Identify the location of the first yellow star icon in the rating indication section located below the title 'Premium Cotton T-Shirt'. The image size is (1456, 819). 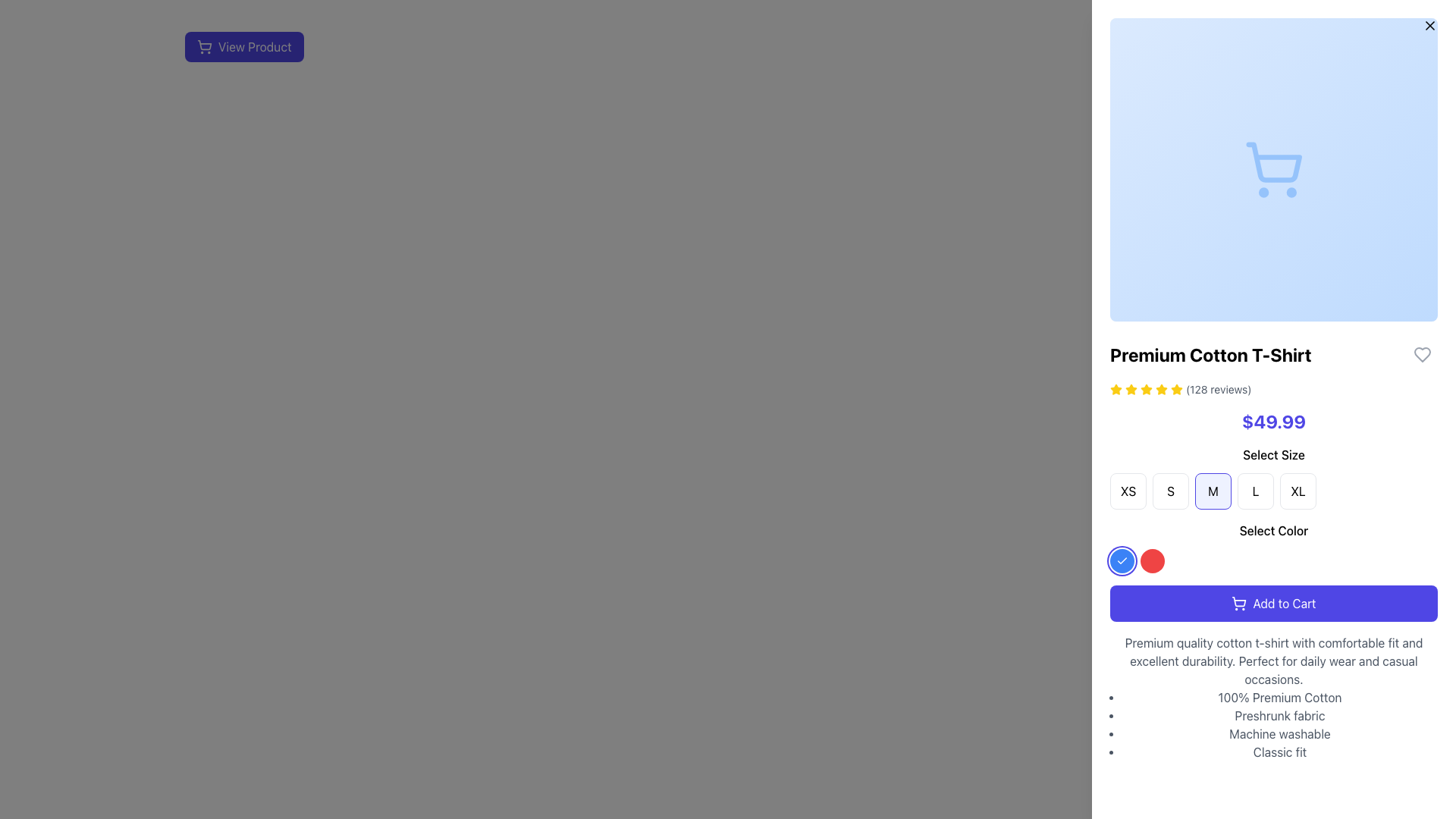
(1116, 388).